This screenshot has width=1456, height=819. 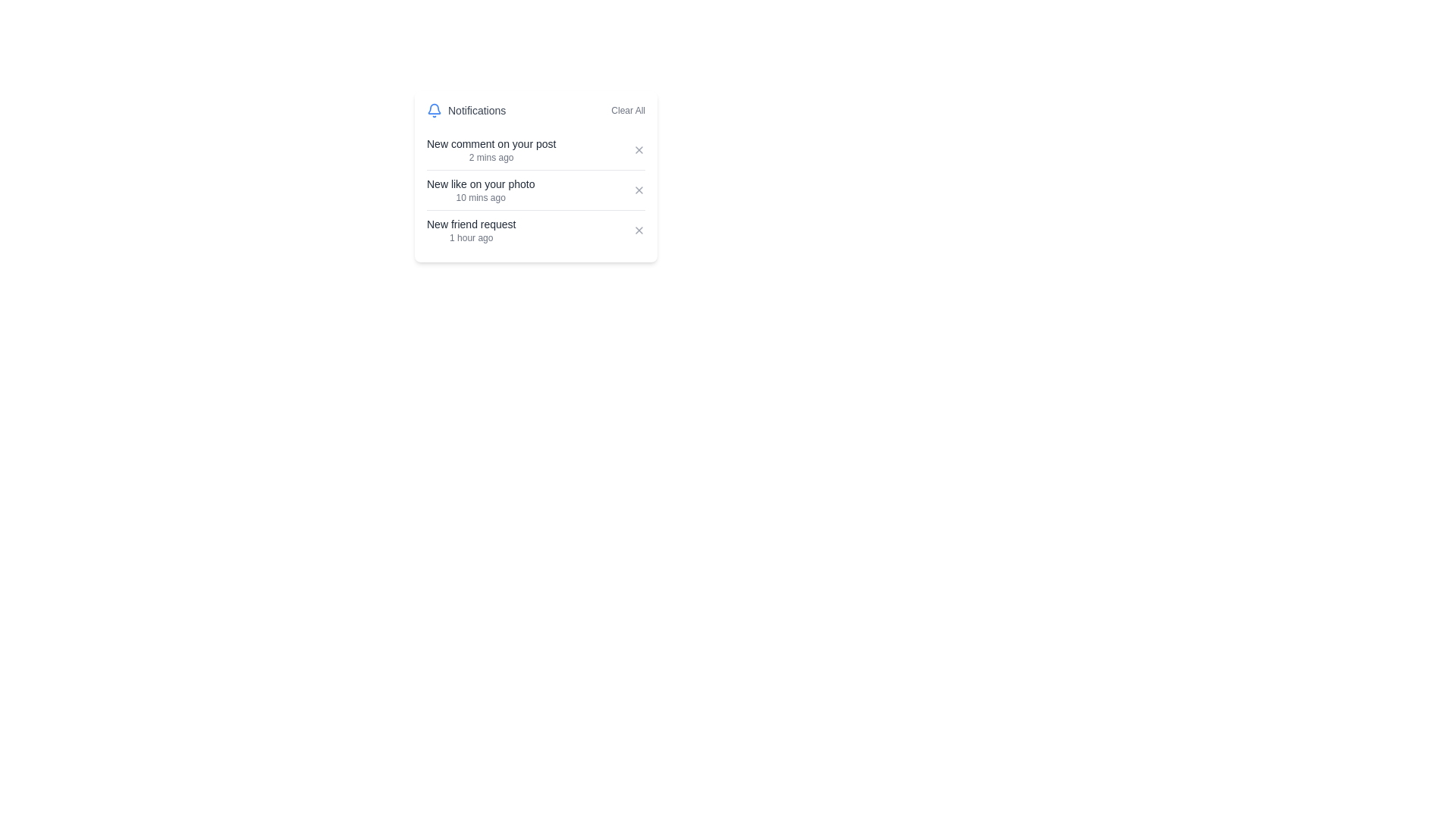 What do you see at coordinates (466, 110) in the screenshot?
I see `the 'Notifications' text with the blue bell icon located at the top-left corner of the card-like panel` at bounding box center [466, 110].